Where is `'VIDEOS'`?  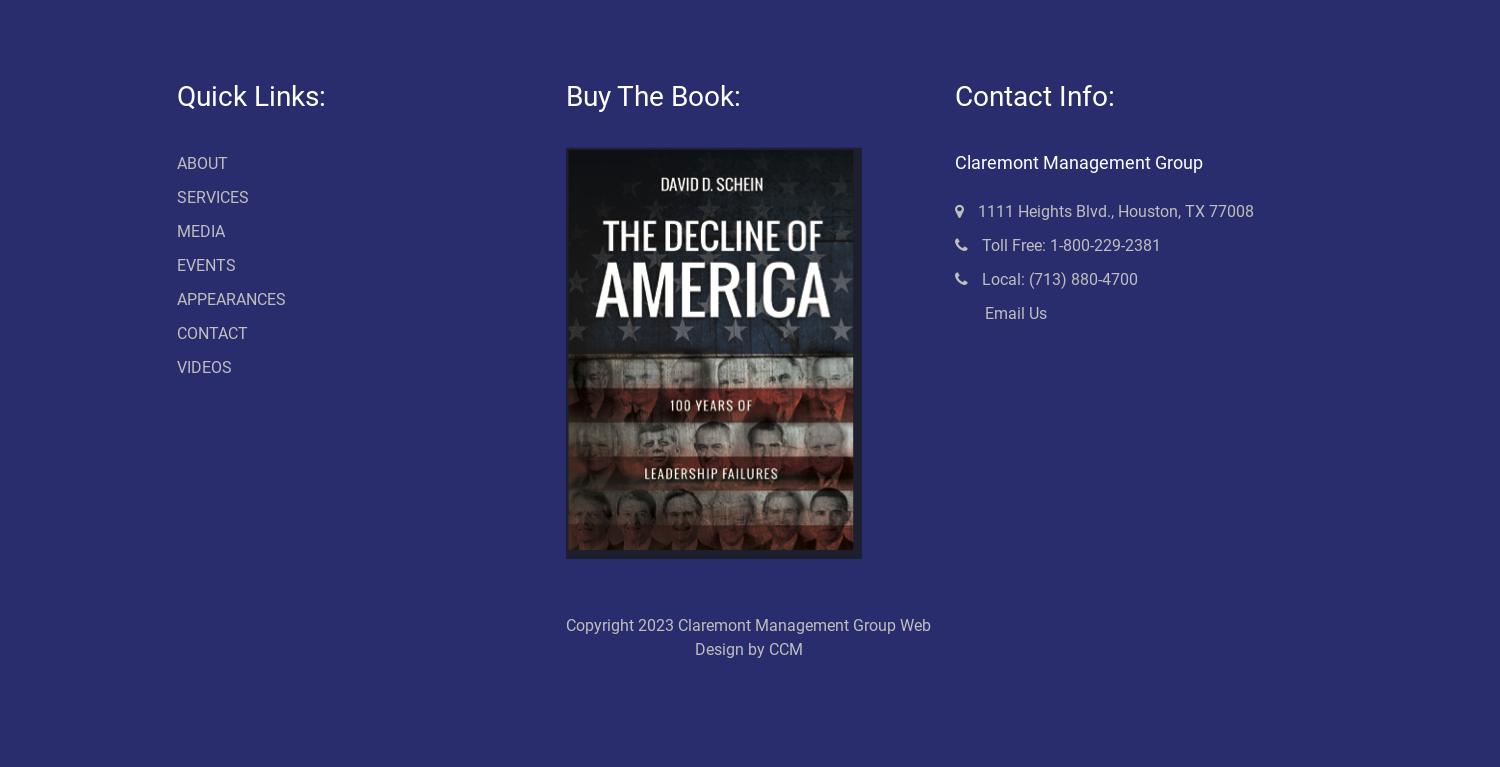
'VIDEOS' is located at coordinates (202, 366).